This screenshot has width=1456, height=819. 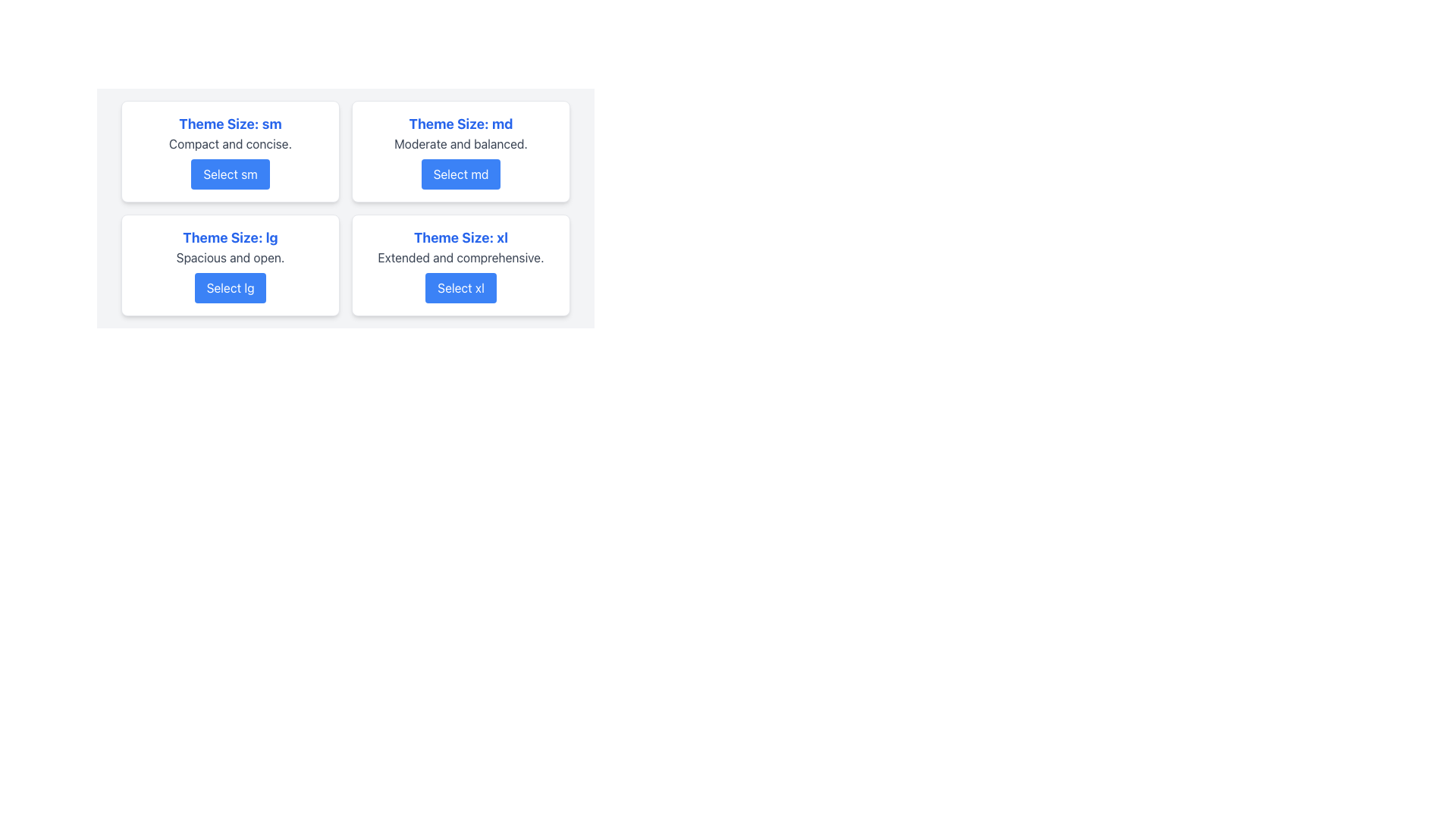 What do you see at coordinates (460, 288) in the screenshot?
I see `the rectangular button with a blue background labeled 'Select xl'` at bounding box center [460, 288].